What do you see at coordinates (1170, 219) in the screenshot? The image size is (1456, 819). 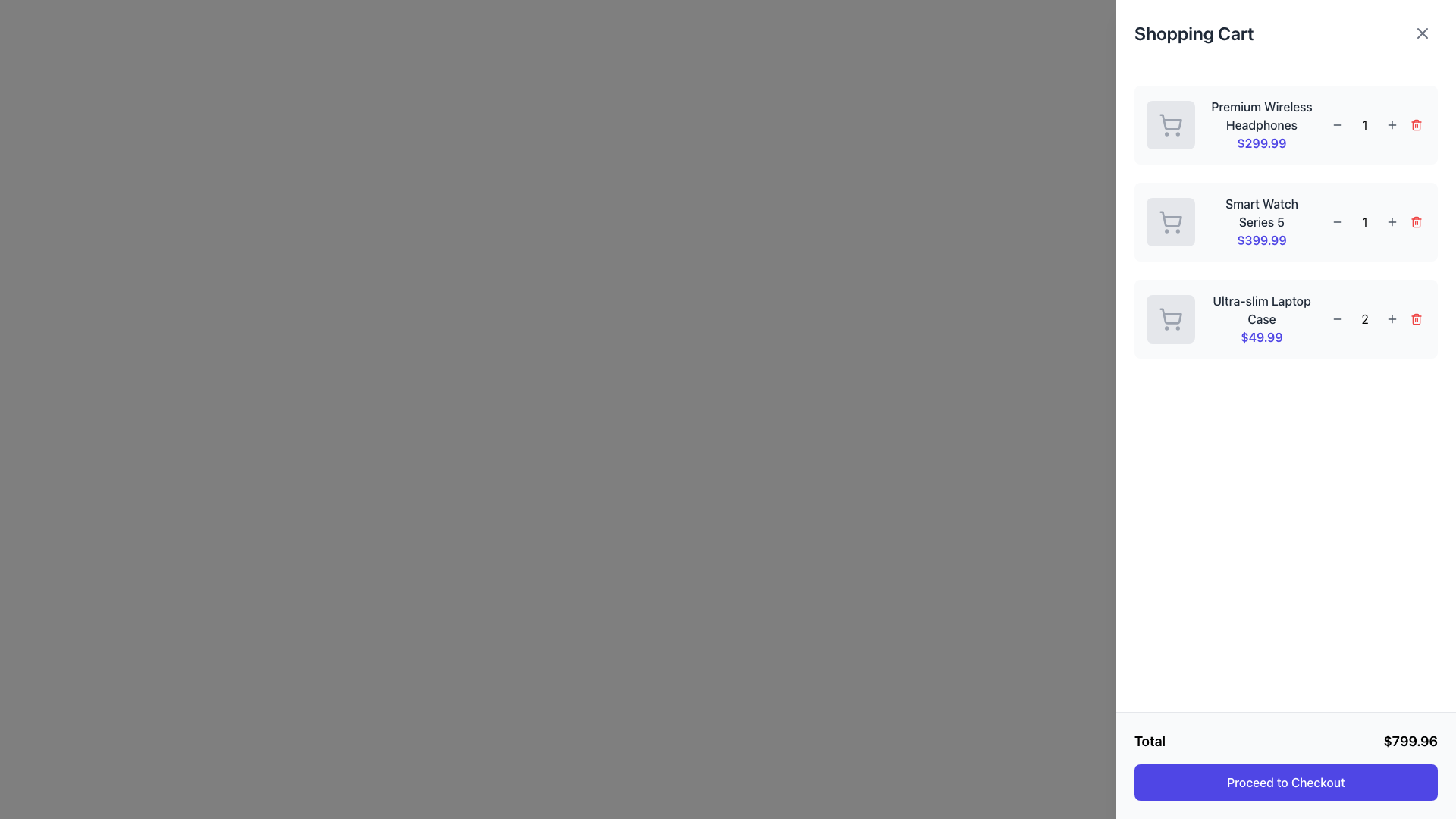 I see `the shopping cart icon for the 'Smart Watch Series 5', which is part of the e-commerce platform's cart representation` at bounding box center [1170, 219].